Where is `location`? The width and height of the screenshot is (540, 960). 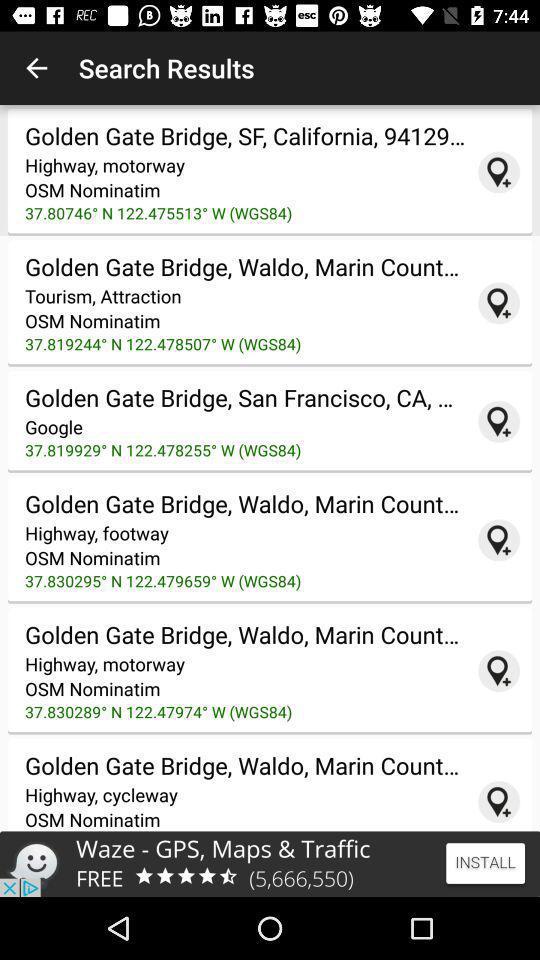
location is located at coordinates (498, 421).